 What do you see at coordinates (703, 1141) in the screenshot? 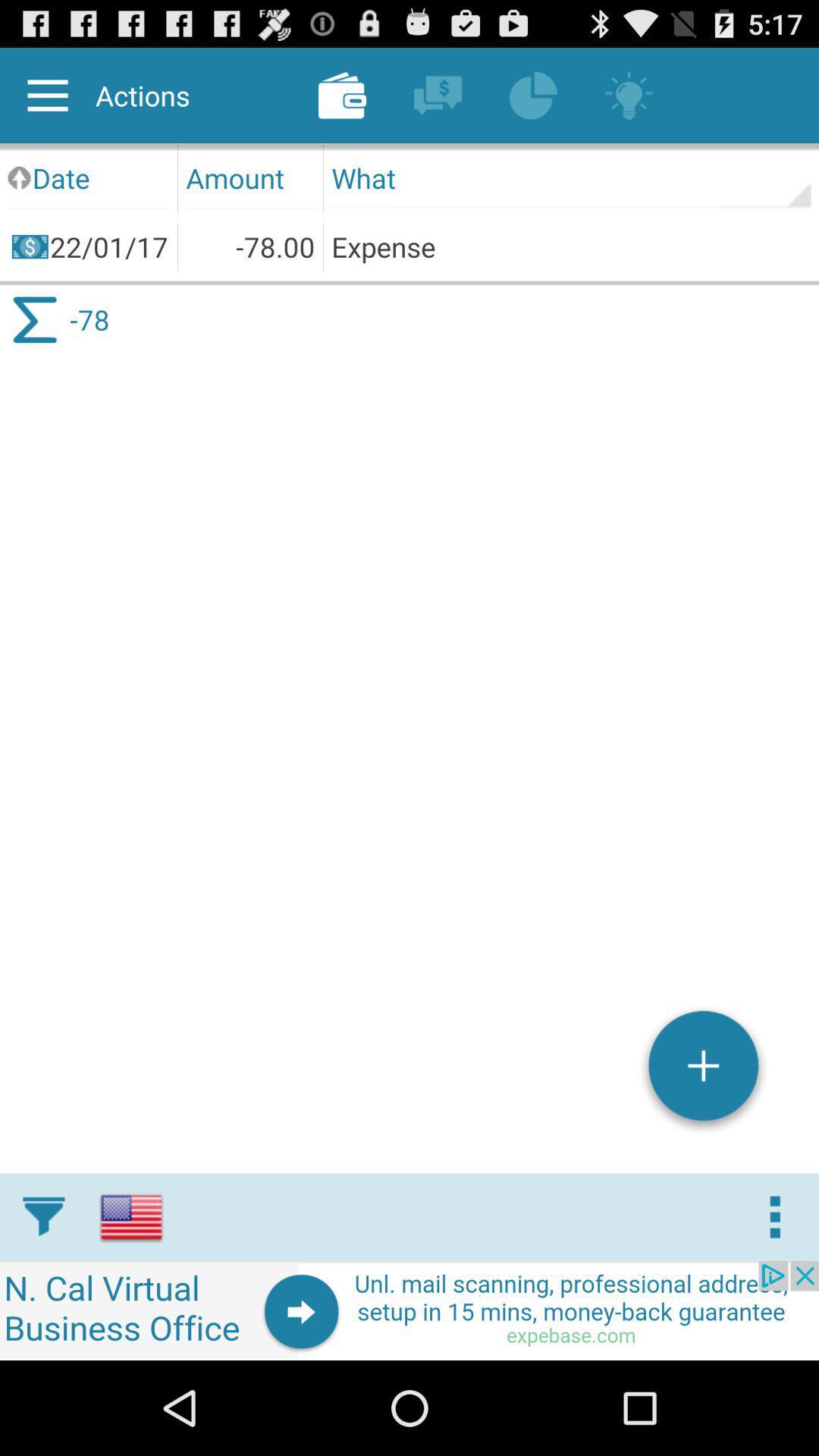
I see `the add icon` at bounding box center [703, 1141].